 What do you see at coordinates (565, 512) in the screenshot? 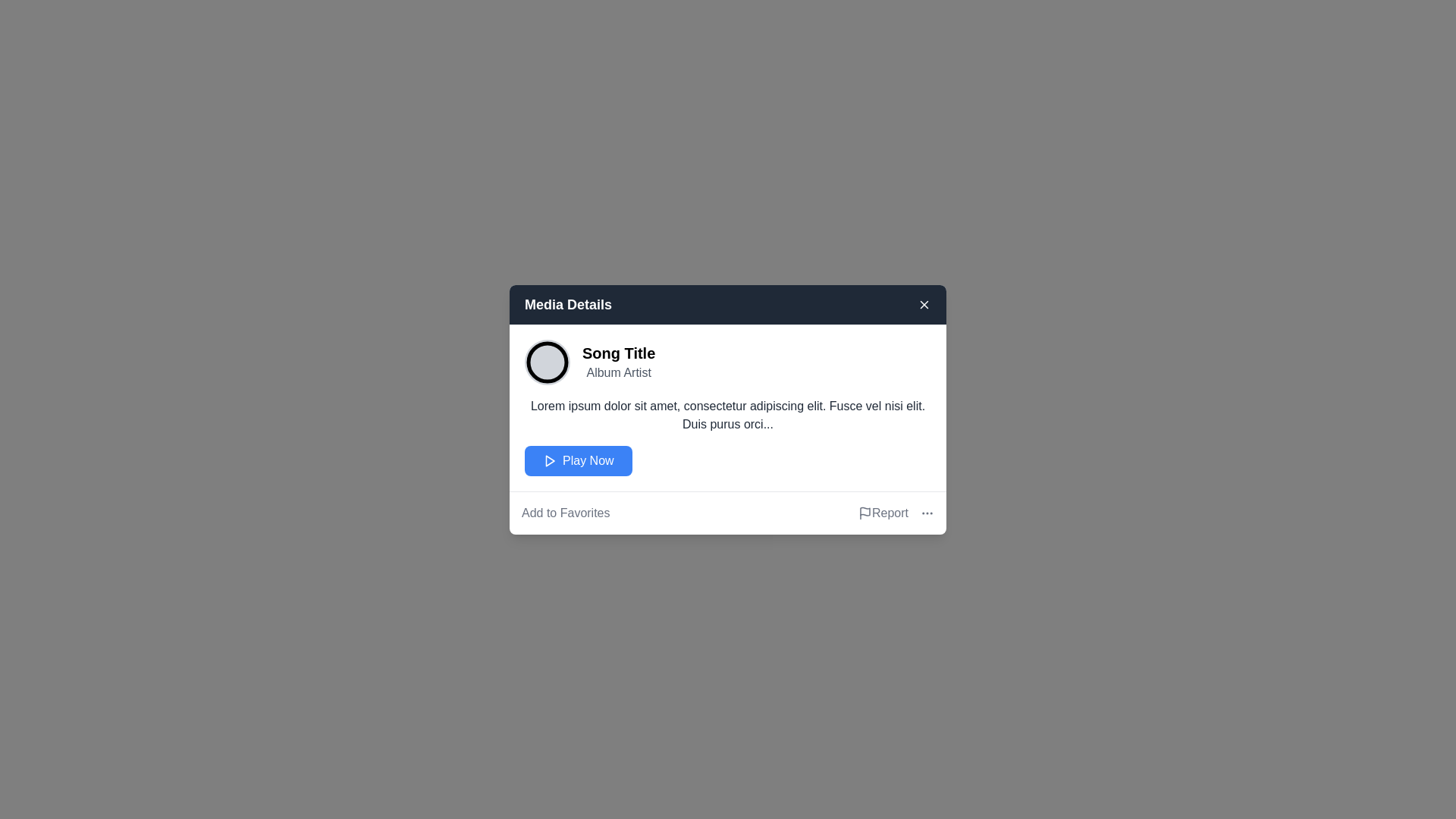
I see `the 'Link' button located at the bottom left corner of the modal dialog to change its color` at bounding box center [565, 512].